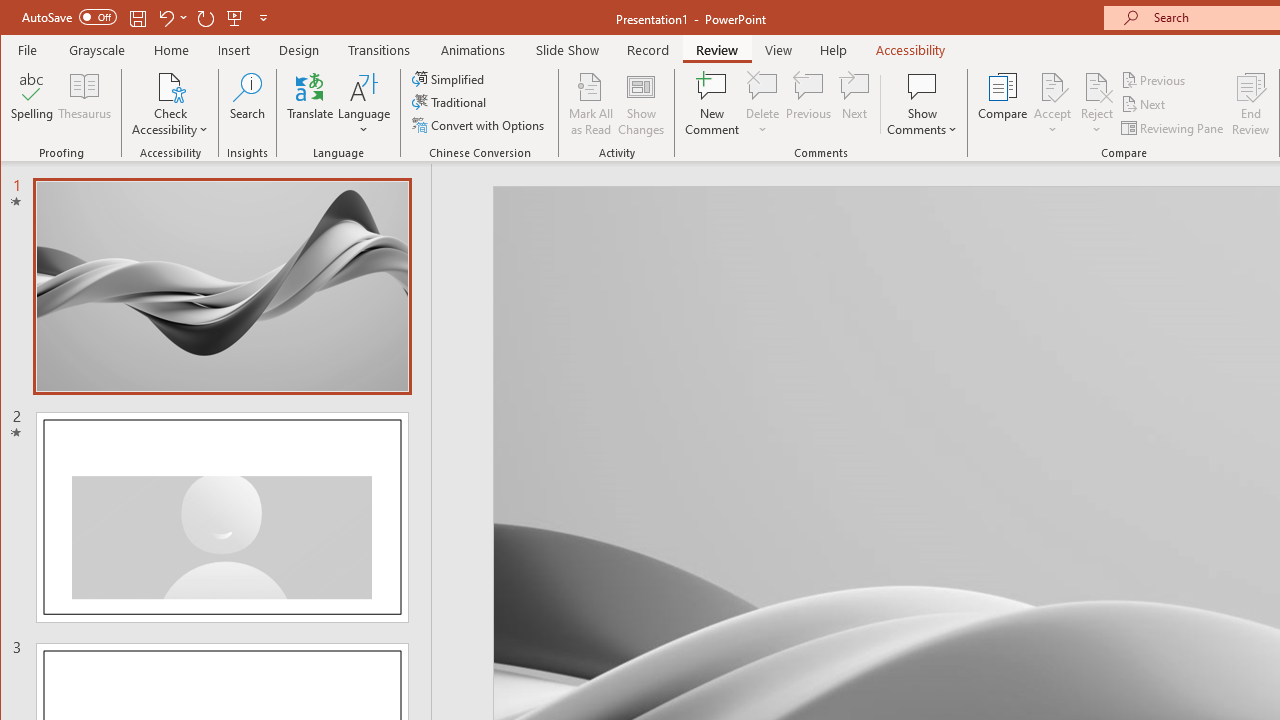  Describe the element at coordinates (450, 102) in the screenshot. I see `'Traditional'` at that location.